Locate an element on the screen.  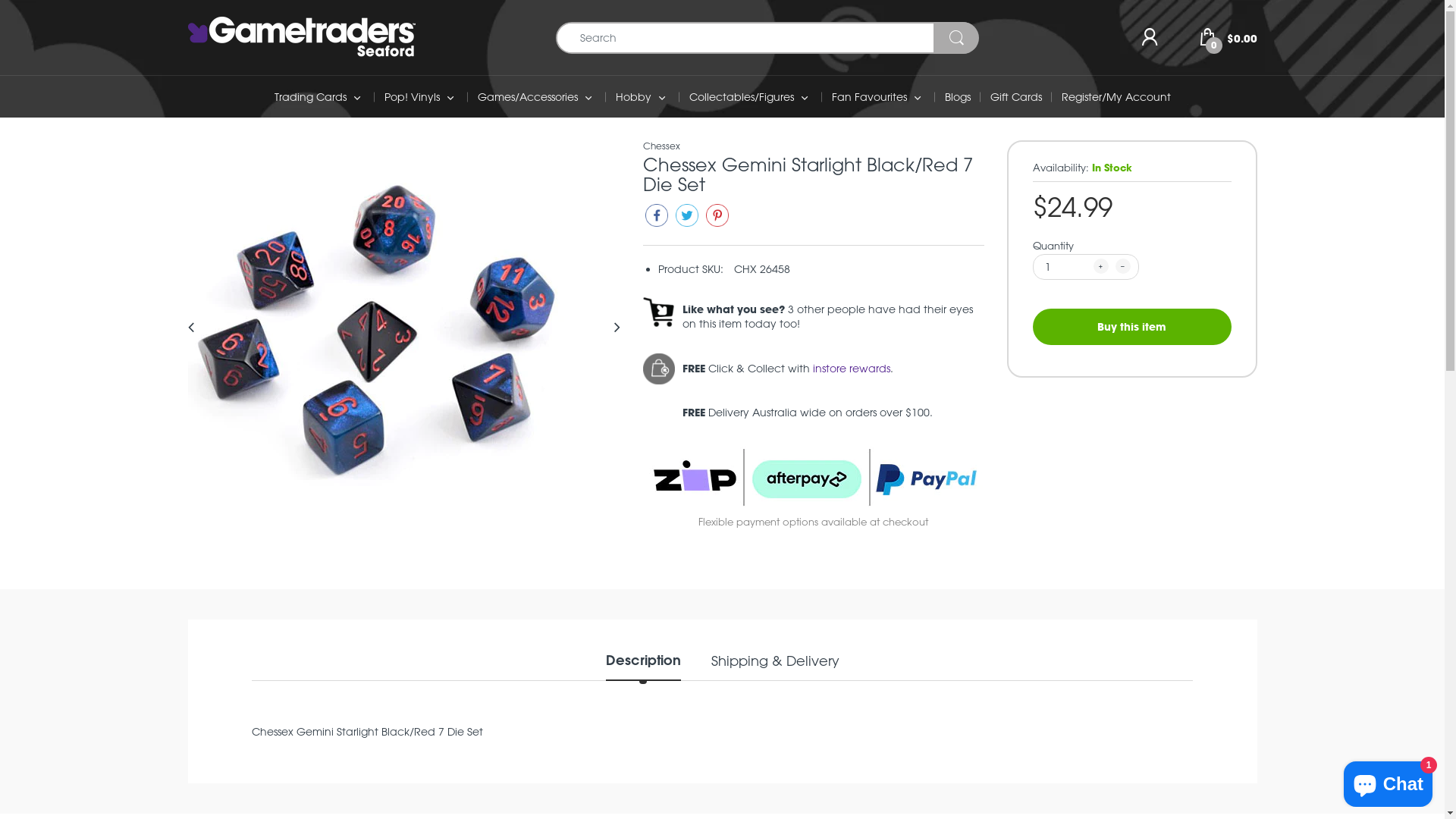
'Hobby' is located at coordinates (633, 96).